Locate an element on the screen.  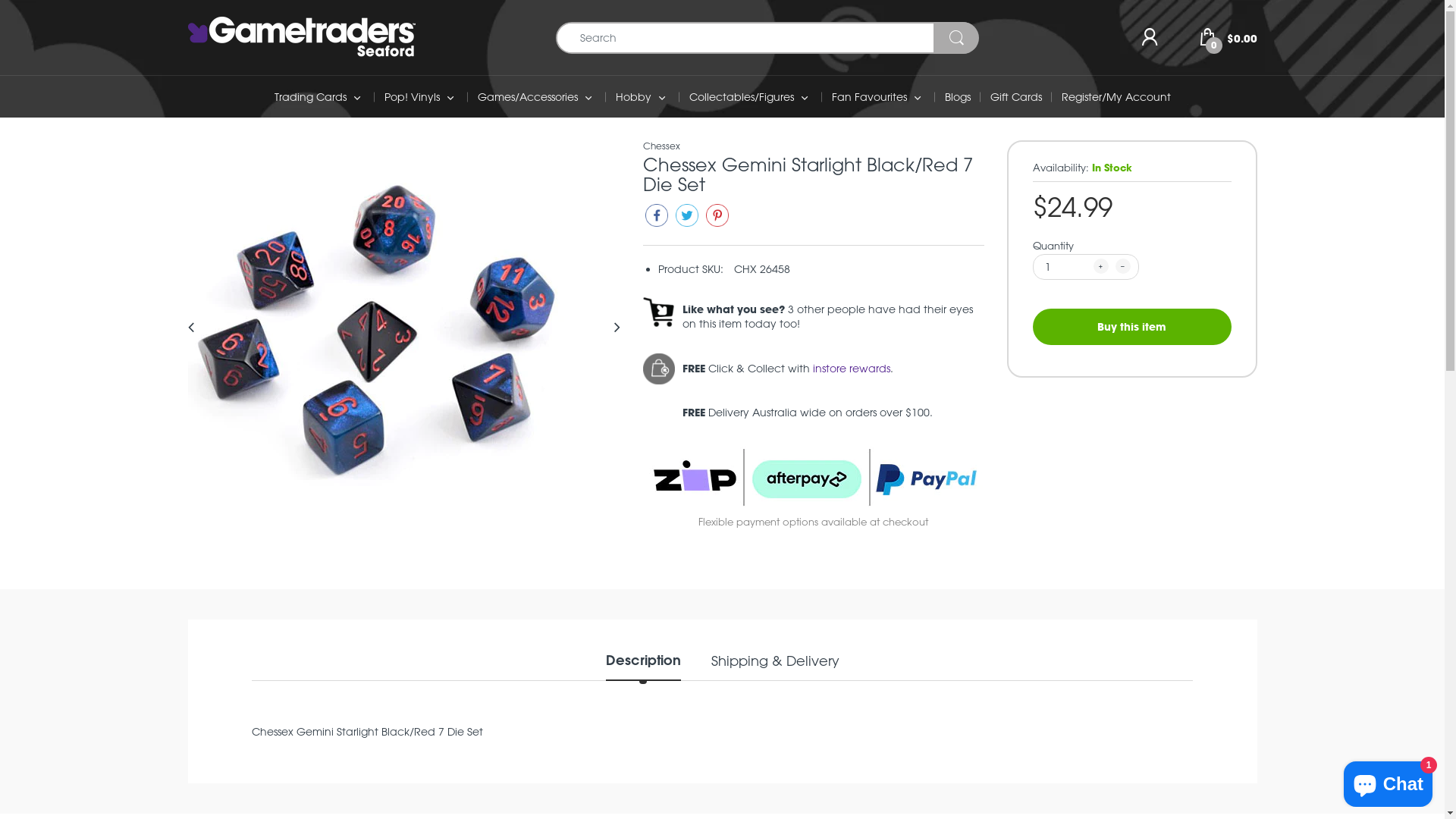
'Hobby' is located at coordinates (633, 96).